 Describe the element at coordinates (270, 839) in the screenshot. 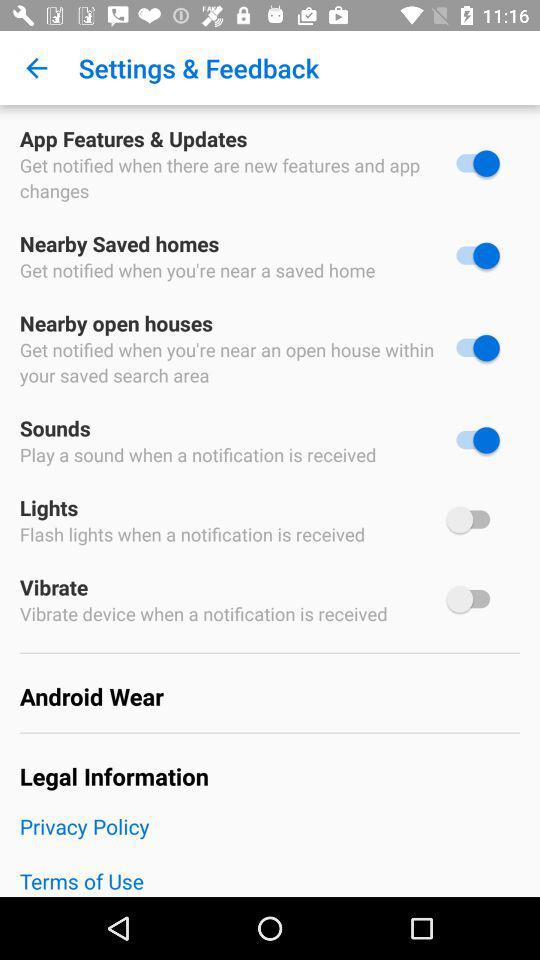

I see `the privacy policy` at that location.